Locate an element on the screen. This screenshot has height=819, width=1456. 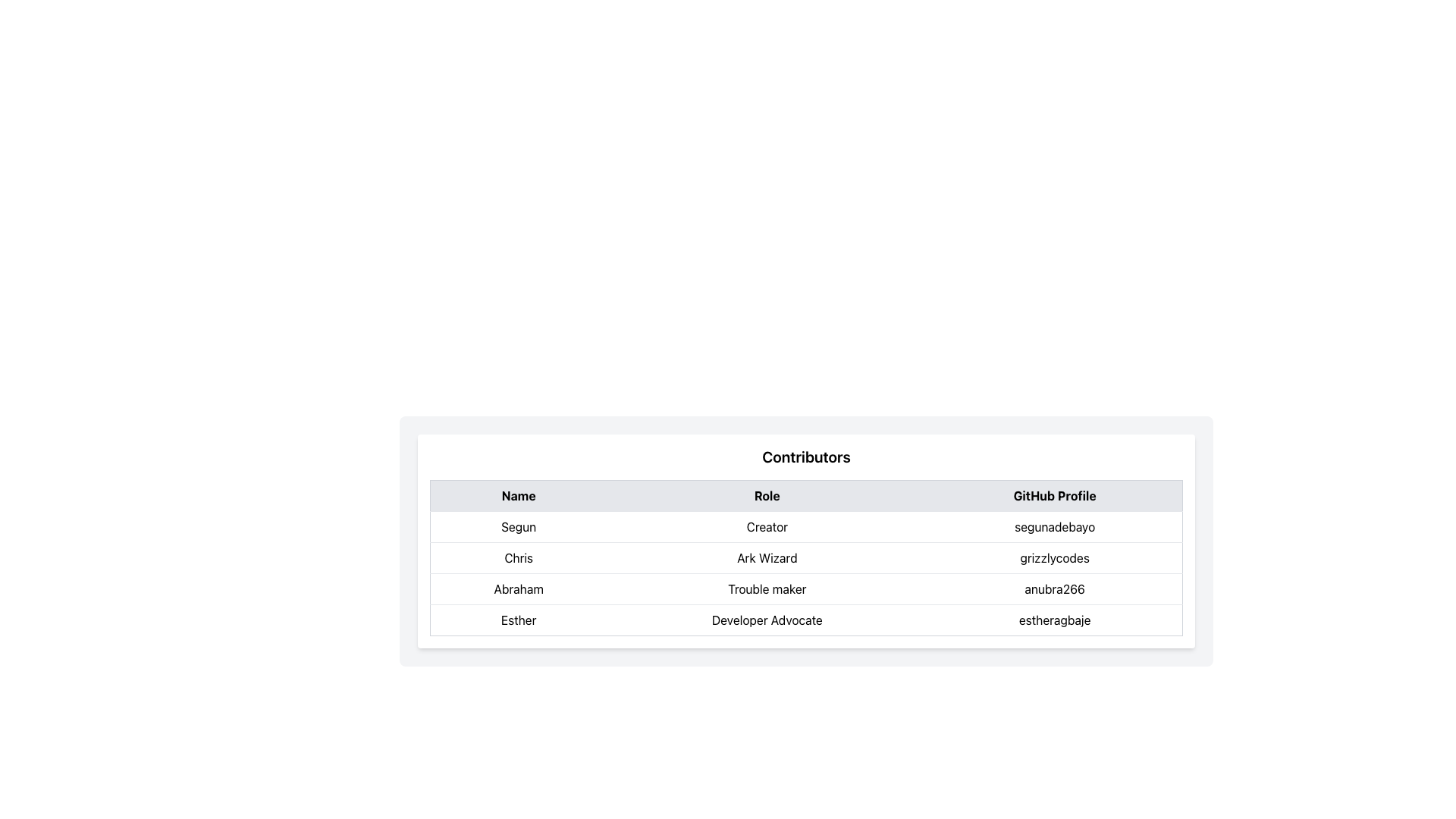
text label displaying the role 'Trouble maker' associated with the contributor 'Abraham' in the second column of the table is located at coordinates (767, 588).